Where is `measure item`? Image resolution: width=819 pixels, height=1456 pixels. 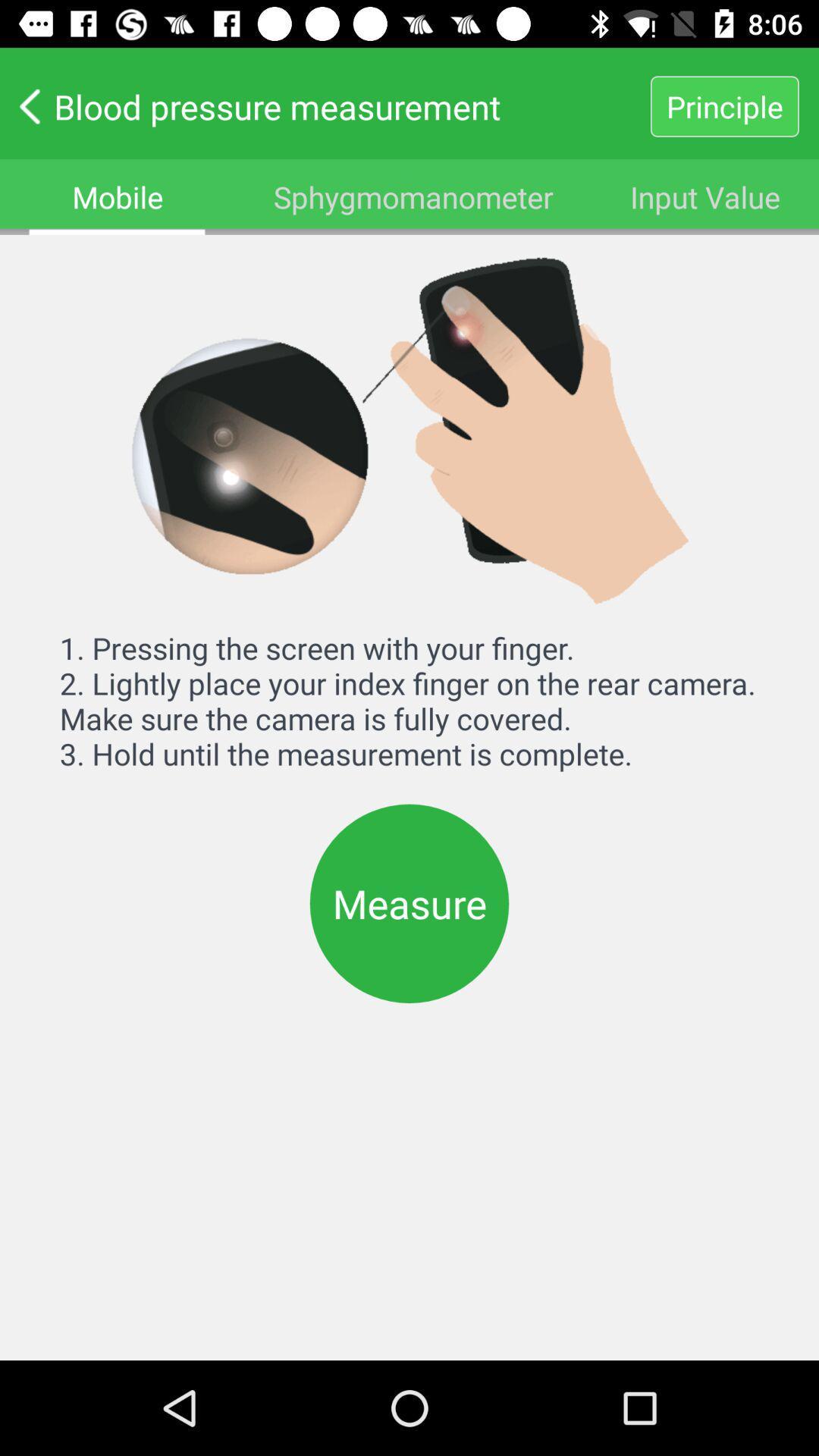
measure item is located at coordinates (409, 903).